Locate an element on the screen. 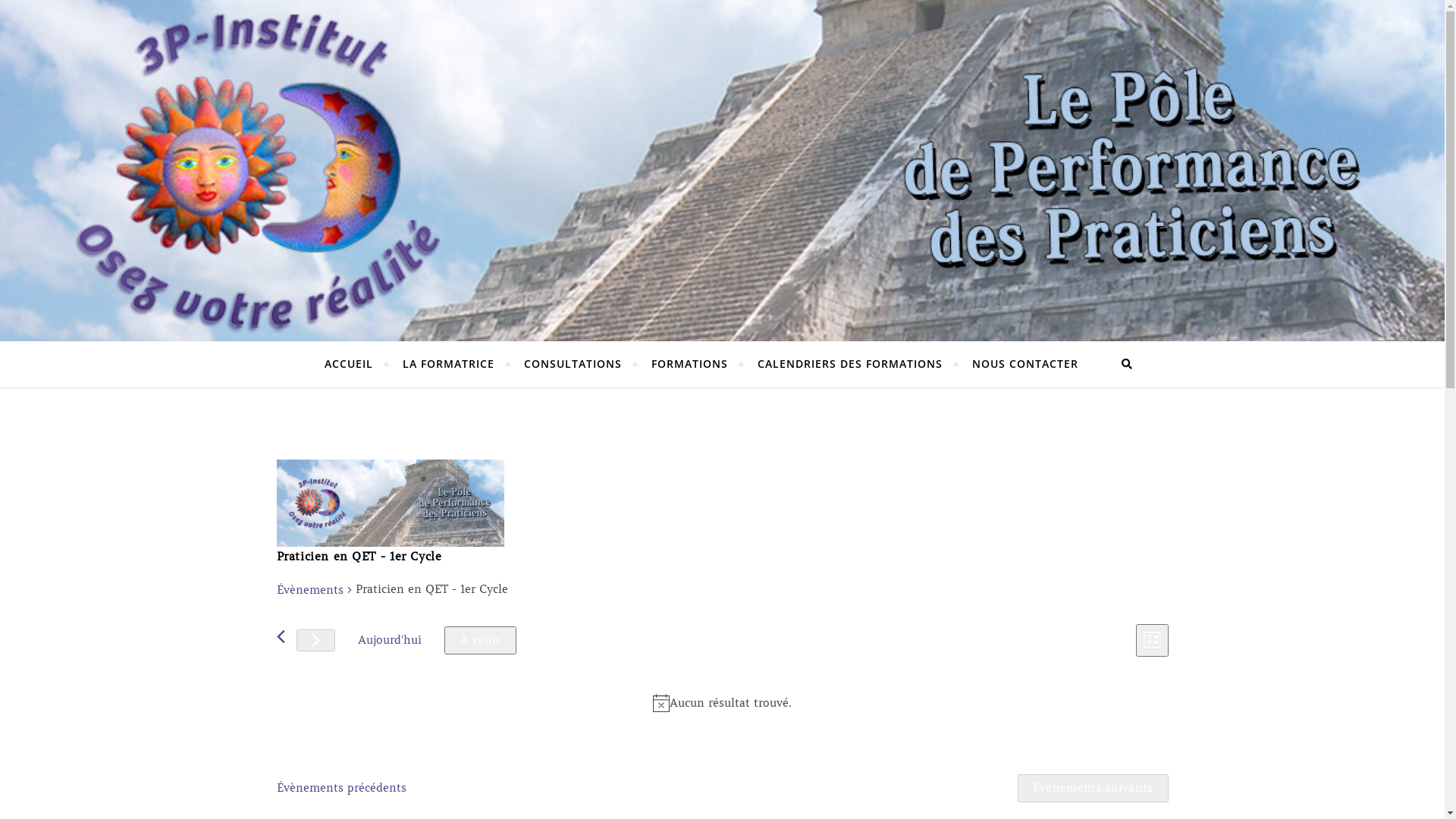 This screenshot has width=1456, height=819. 'CALENDRIERS DES FORMATIONS' is located at coordinates (850, 363).